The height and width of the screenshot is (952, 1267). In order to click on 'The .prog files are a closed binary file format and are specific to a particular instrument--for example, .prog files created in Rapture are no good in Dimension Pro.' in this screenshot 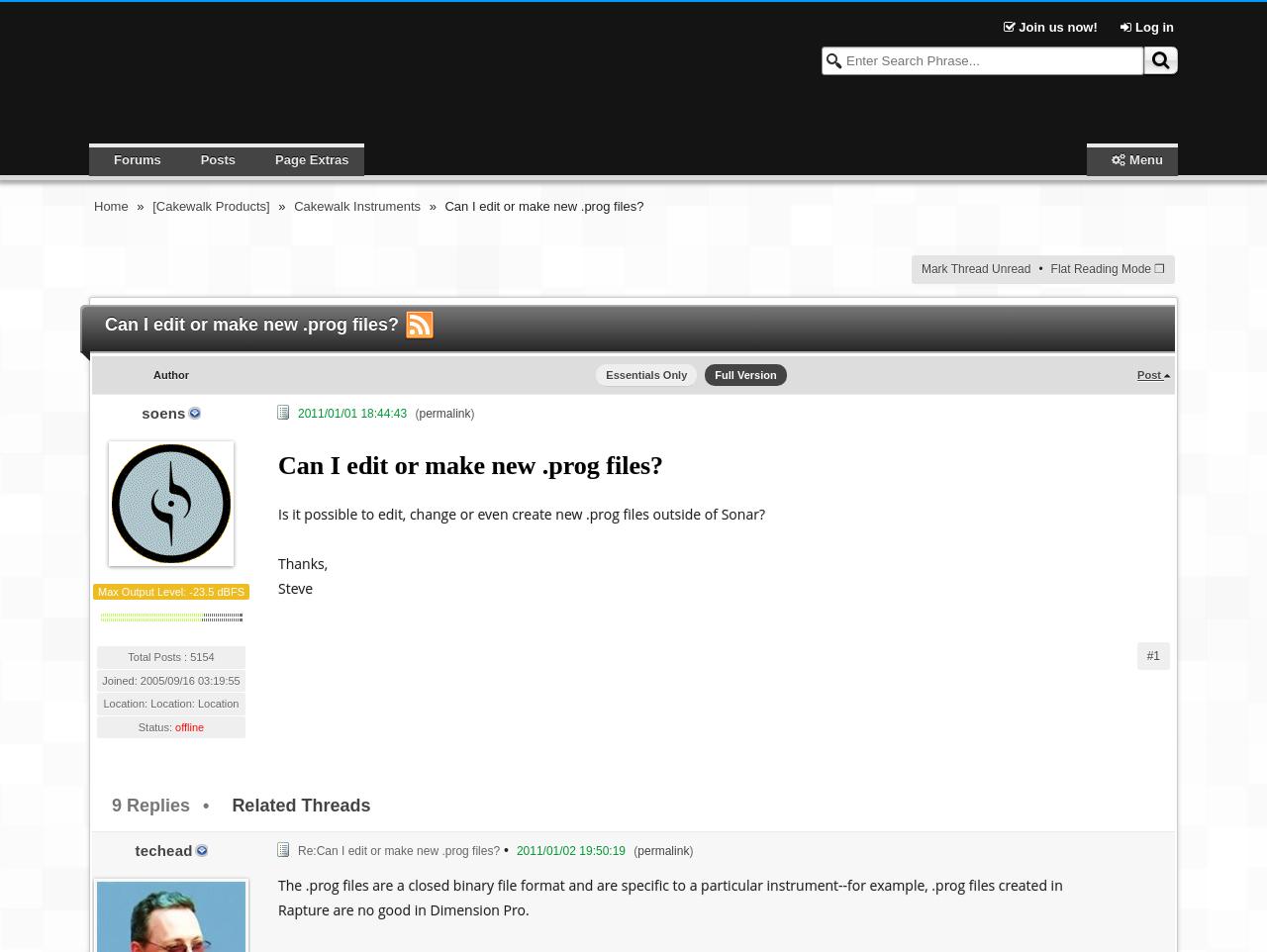, I will do `click(669, 896)`.